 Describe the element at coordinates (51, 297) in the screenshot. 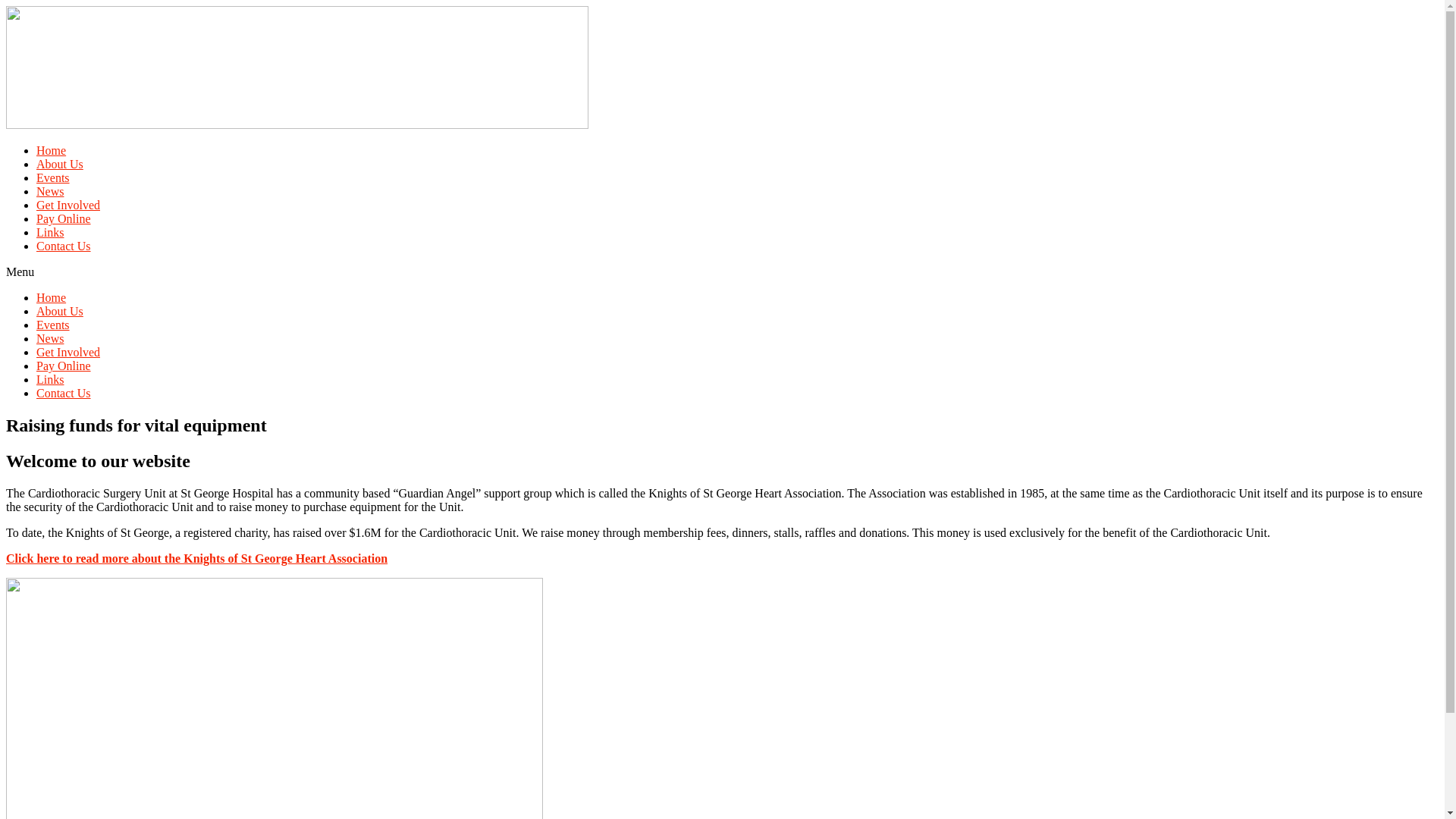

I see `'Home'` at that location.